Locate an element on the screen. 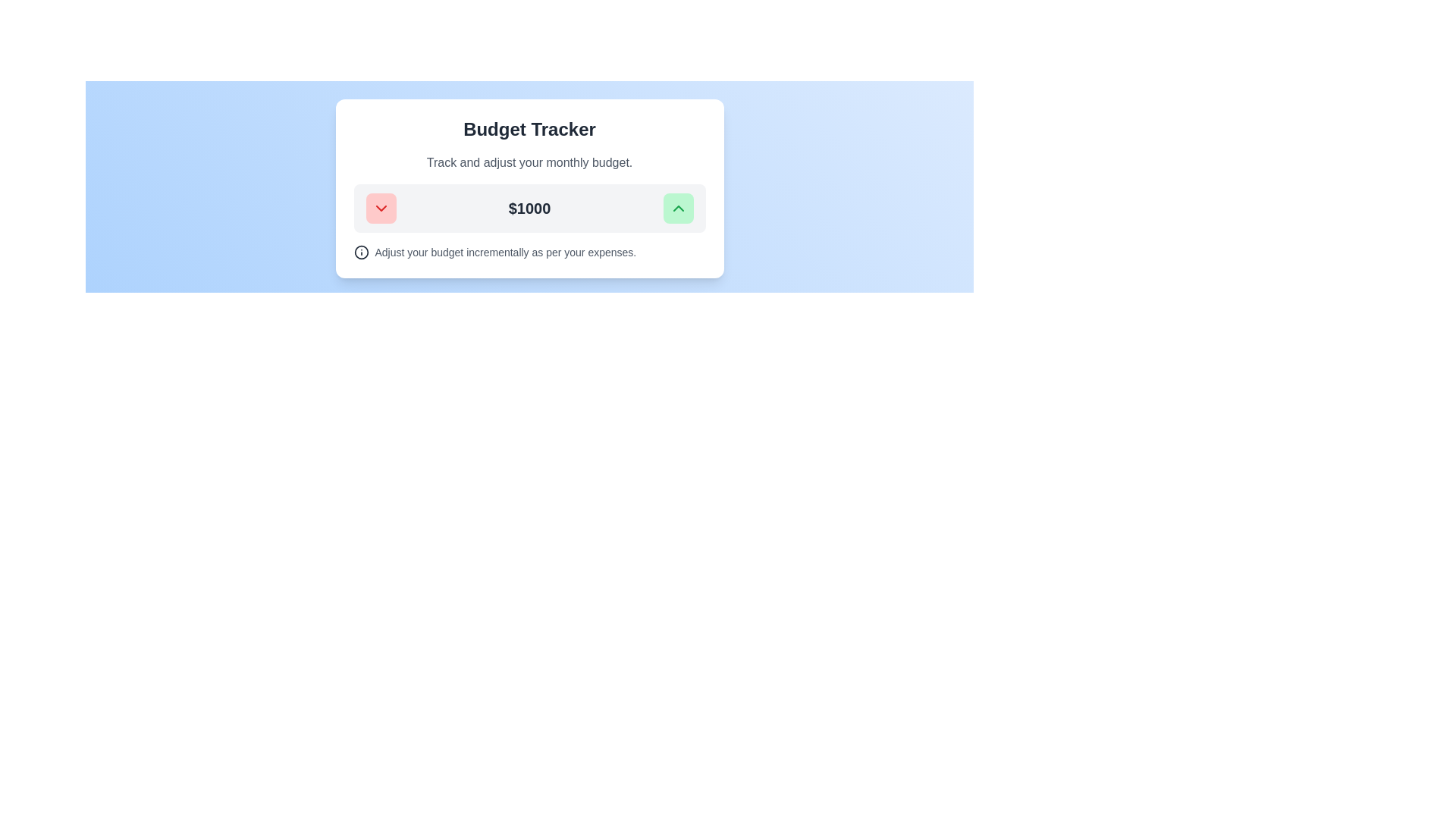  the text display box showing '$1000', which is a rectangle with rounded corners and a light gray background, located beneath the title 'Budget Tracker' is located at coordinates (529, 208).